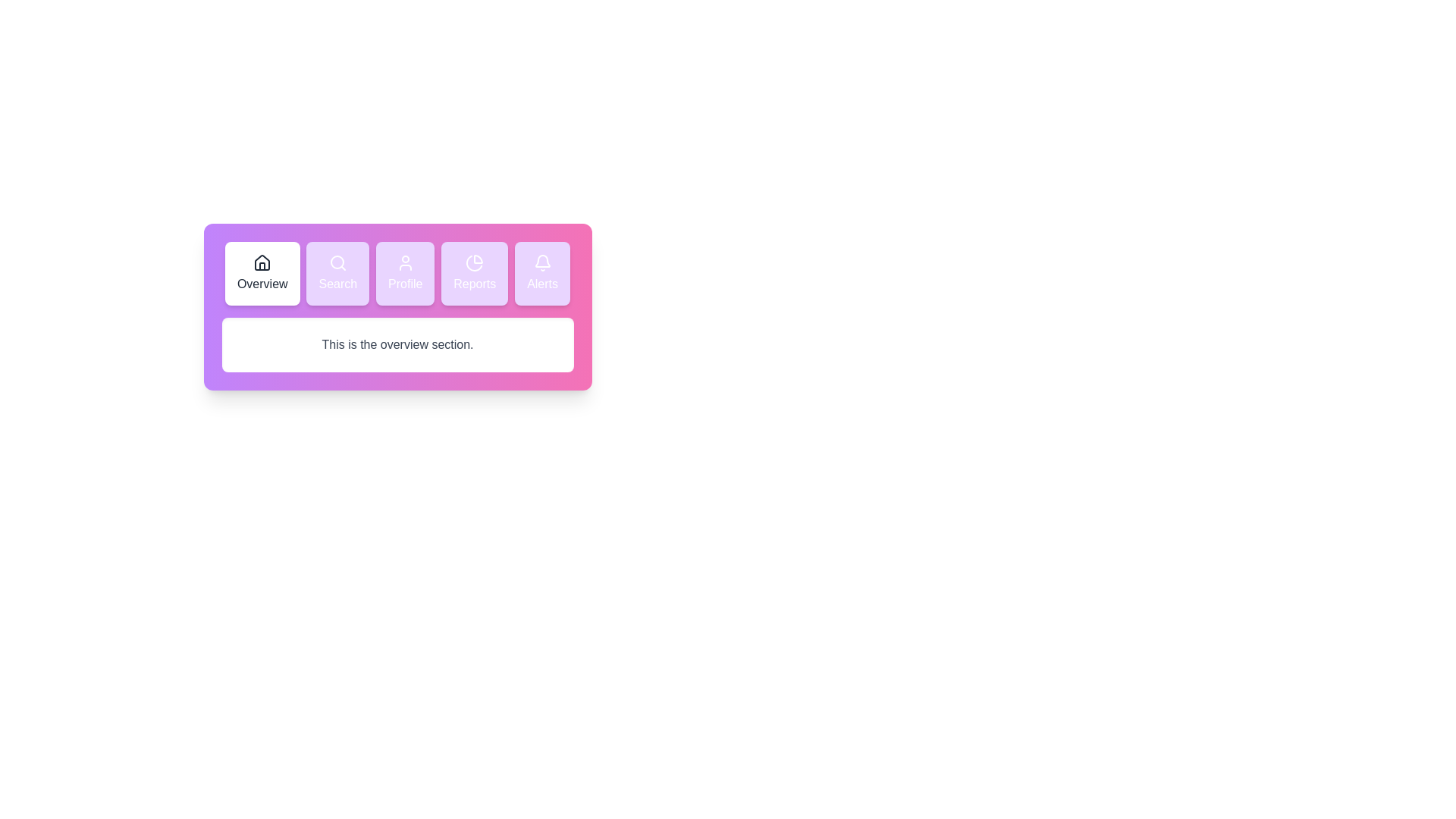  Describe the element at coordinates (397, 274) in the screenshot. I see `the 'Profile' navigation button, which is the third button in a horizontal menu between 'Search' and 'Reports'` at that location.